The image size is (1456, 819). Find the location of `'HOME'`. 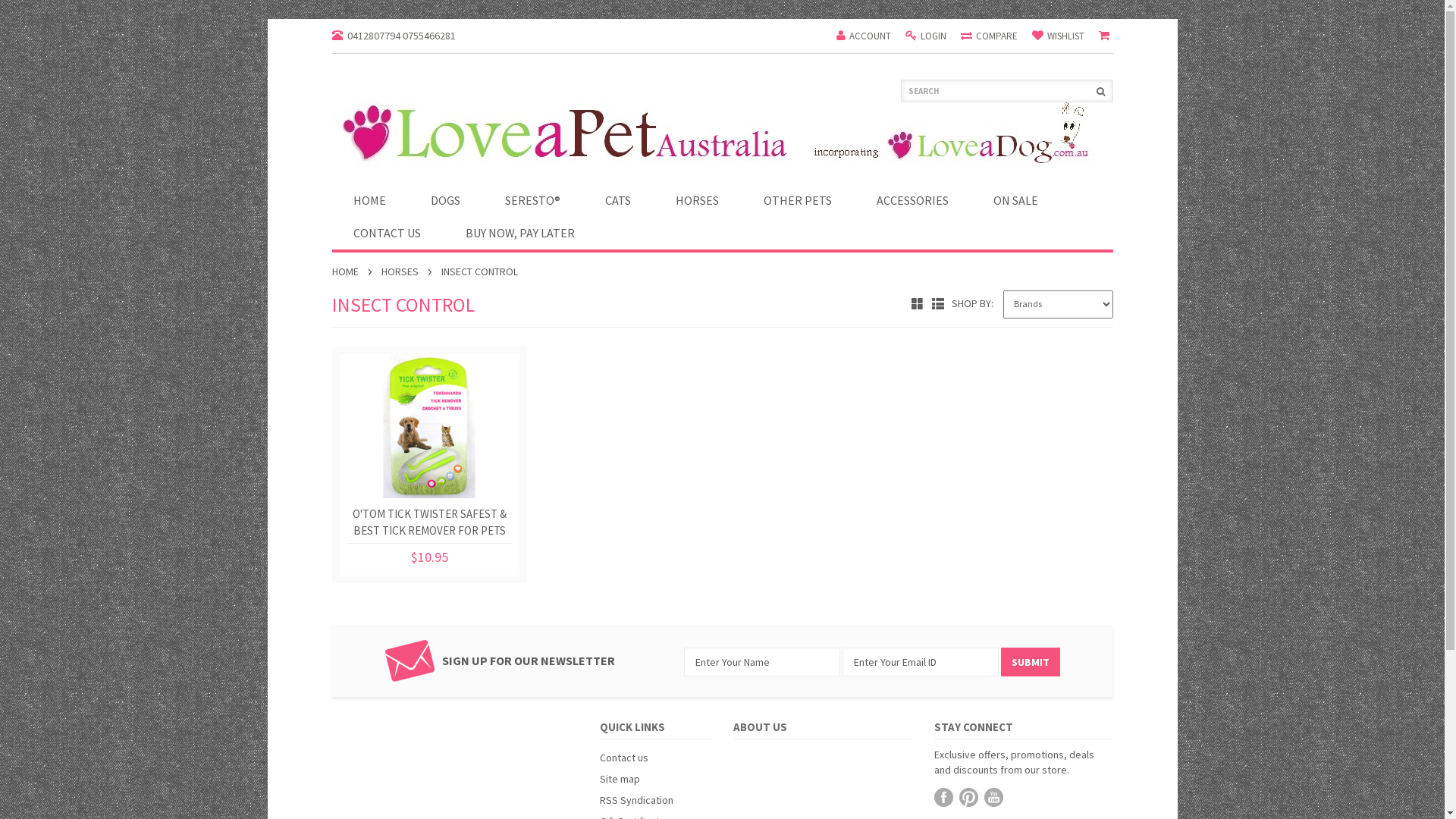

'HOME' is located at coordinates (369, 199).